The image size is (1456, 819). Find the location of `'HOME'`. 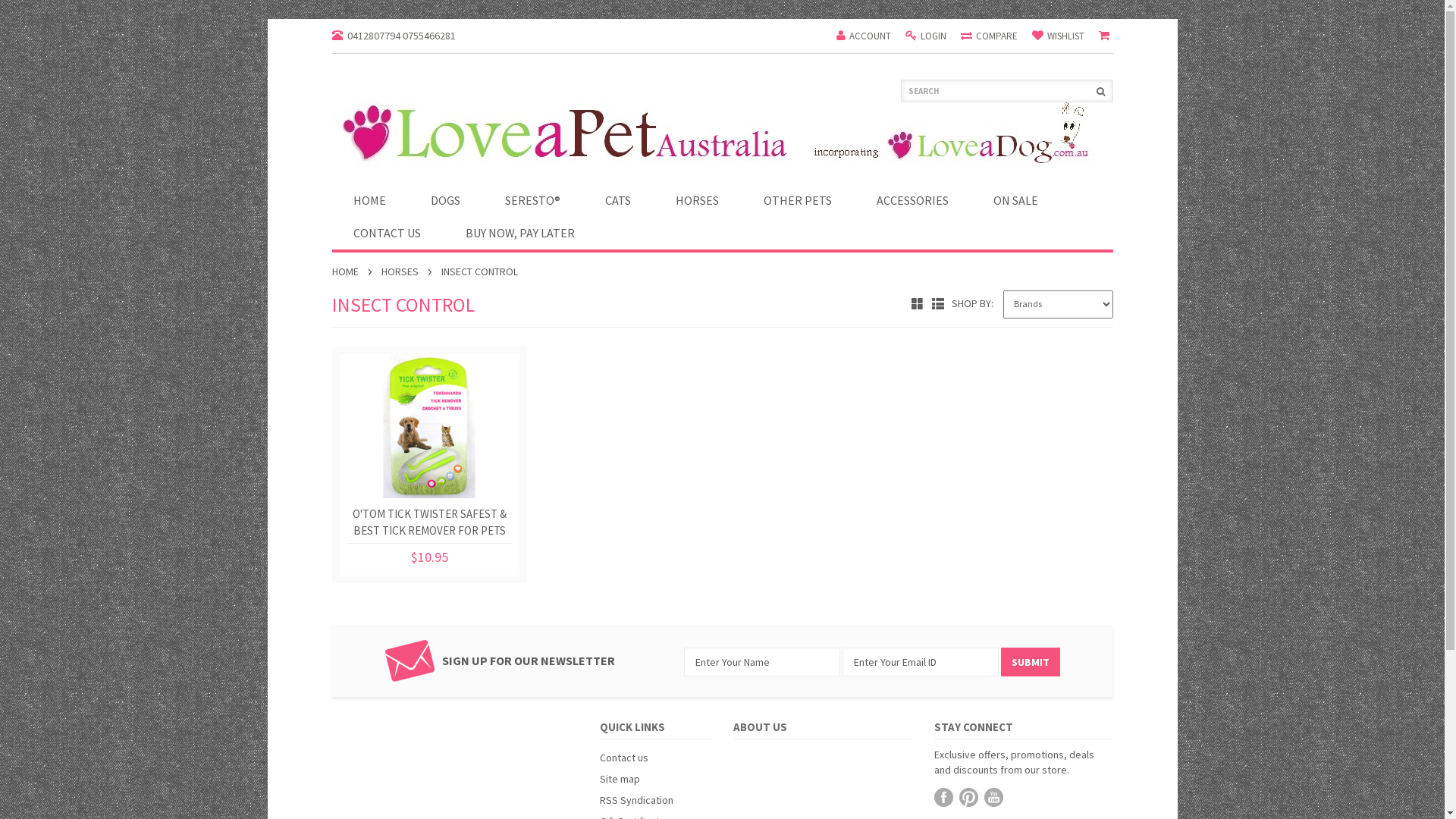

'HOME' is located at coordinates (369, 199).